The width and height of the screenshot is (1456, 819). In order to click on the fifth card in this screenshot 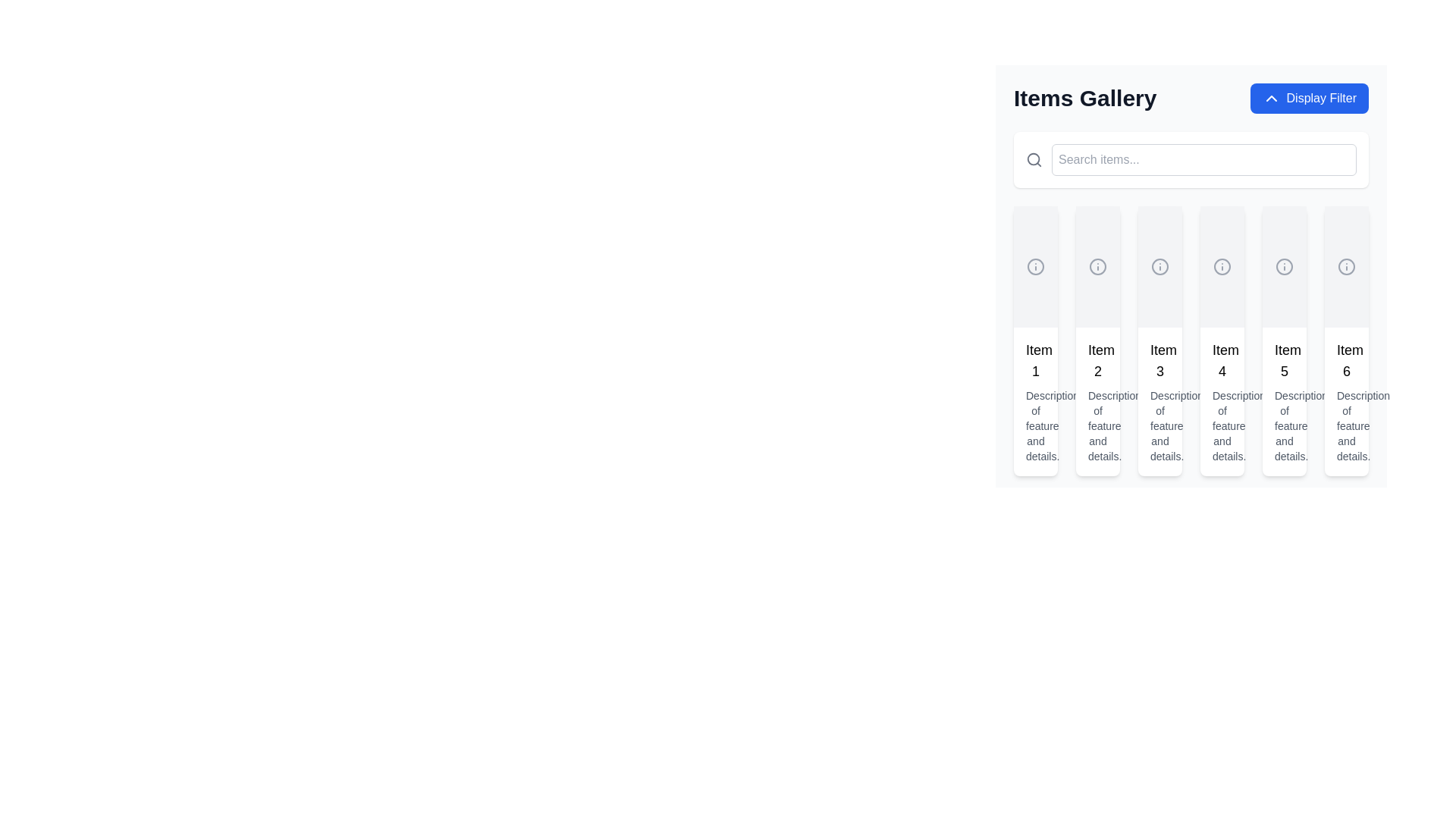, I will do `click(1284, 341)`.